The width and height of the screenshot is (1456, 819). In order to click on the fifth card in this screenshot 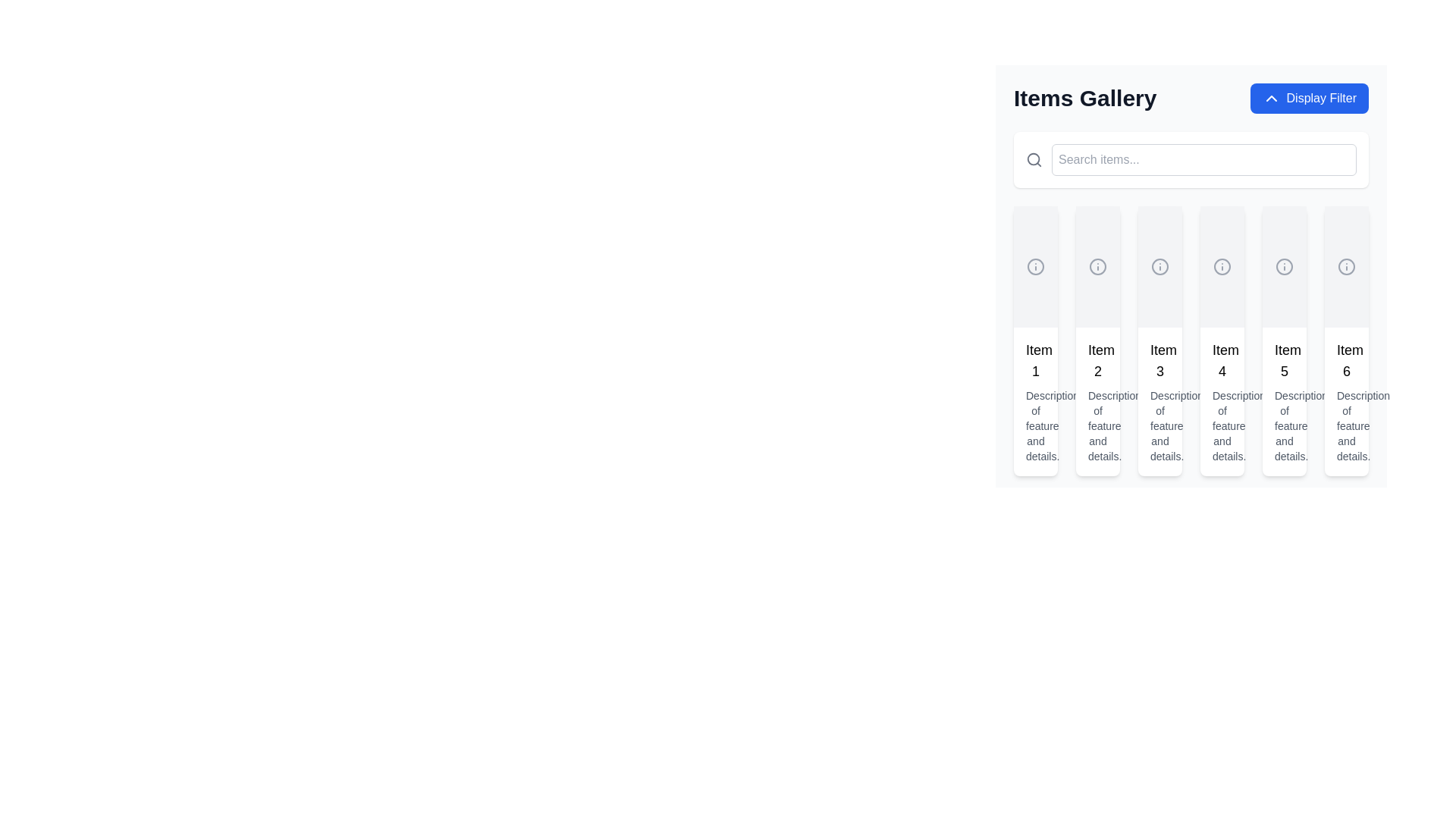, I will do `click(1284, 341)`.